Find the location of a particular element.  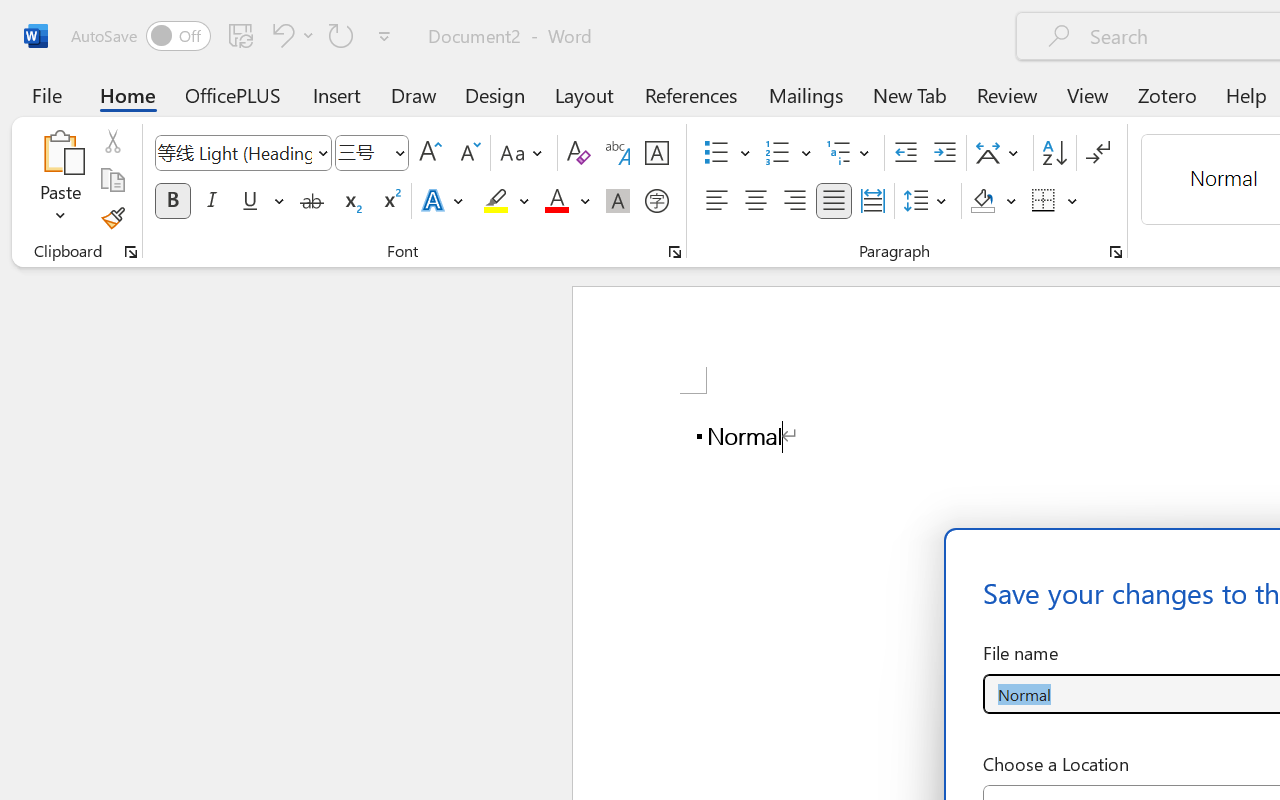

'Underline' is located at coordinates (249, 201).